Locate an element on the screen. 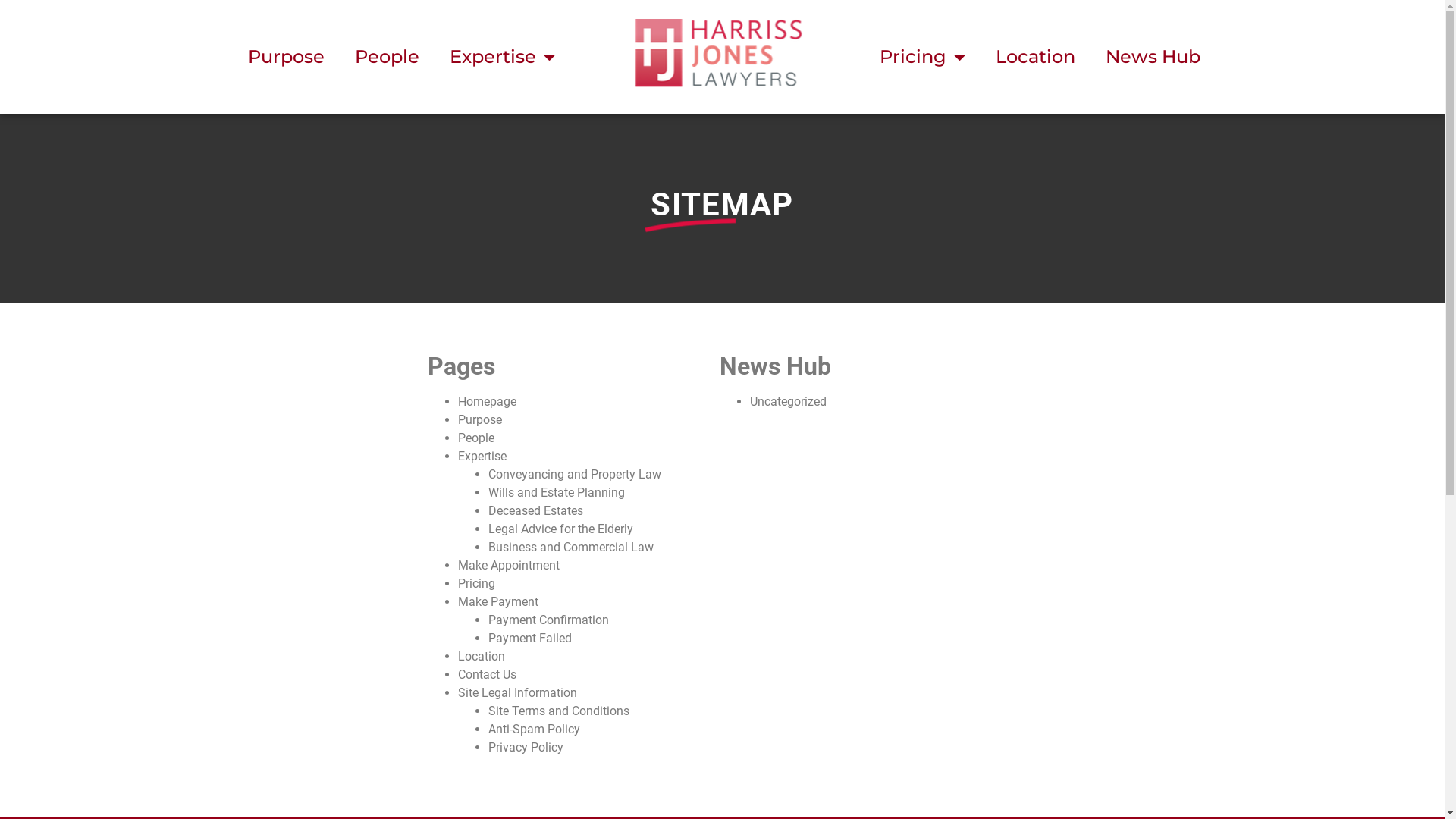 This screenshot has width=1456, height=819. 'Wills and Estate Planning' is located at coordinates (488, 492).